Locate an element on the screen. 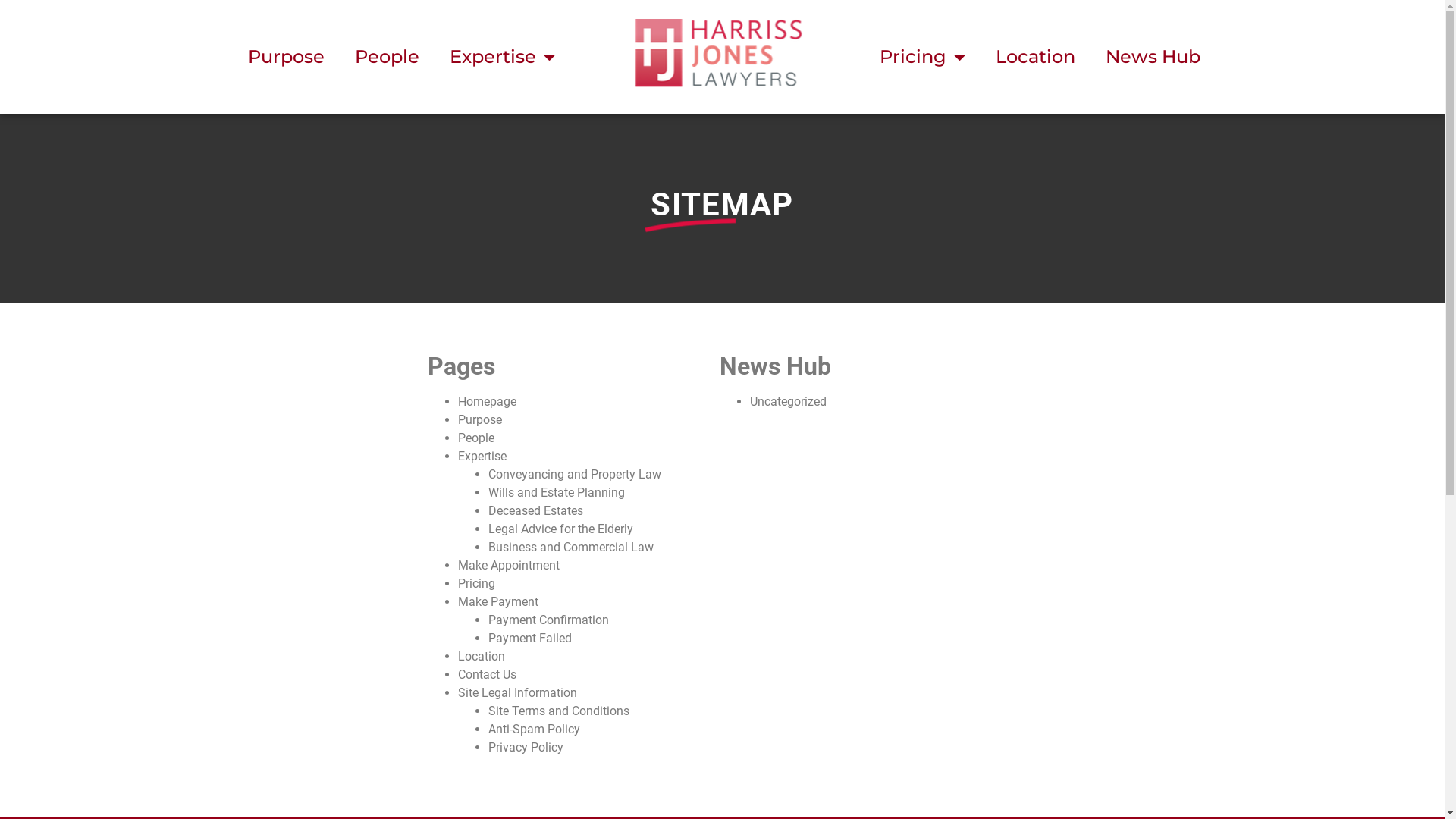 This screenshot has width=1456, height=819. 'Wills and Estate Planning' is located at coordinates (488, 492).